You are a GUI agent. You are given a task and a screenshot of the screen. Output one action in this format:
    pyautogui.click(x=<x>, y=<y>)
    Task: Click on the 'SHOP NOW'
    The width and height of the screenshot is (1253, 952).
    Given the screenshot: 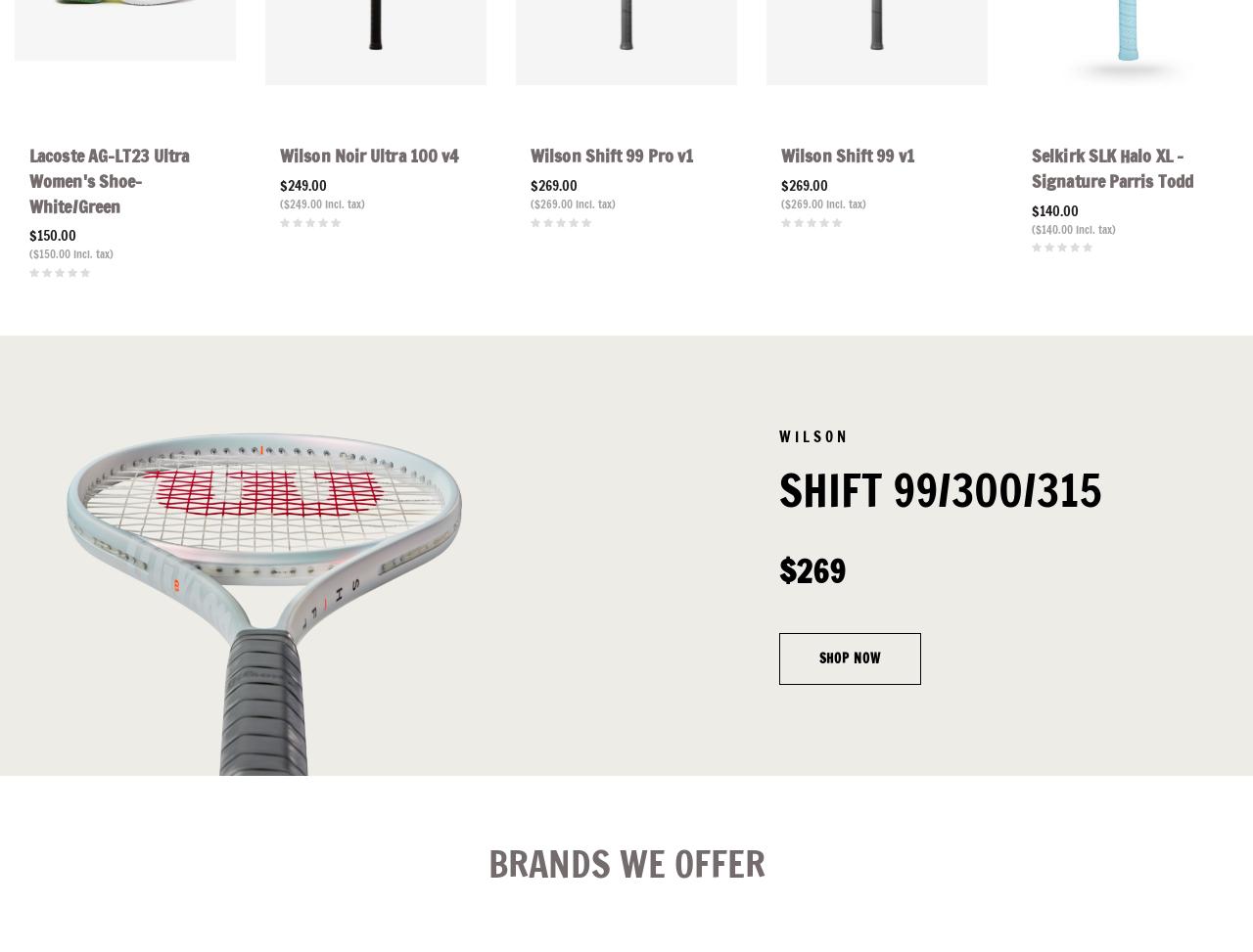 What is the action you would take?
    pyautogui.click(x=817, y=657)
    